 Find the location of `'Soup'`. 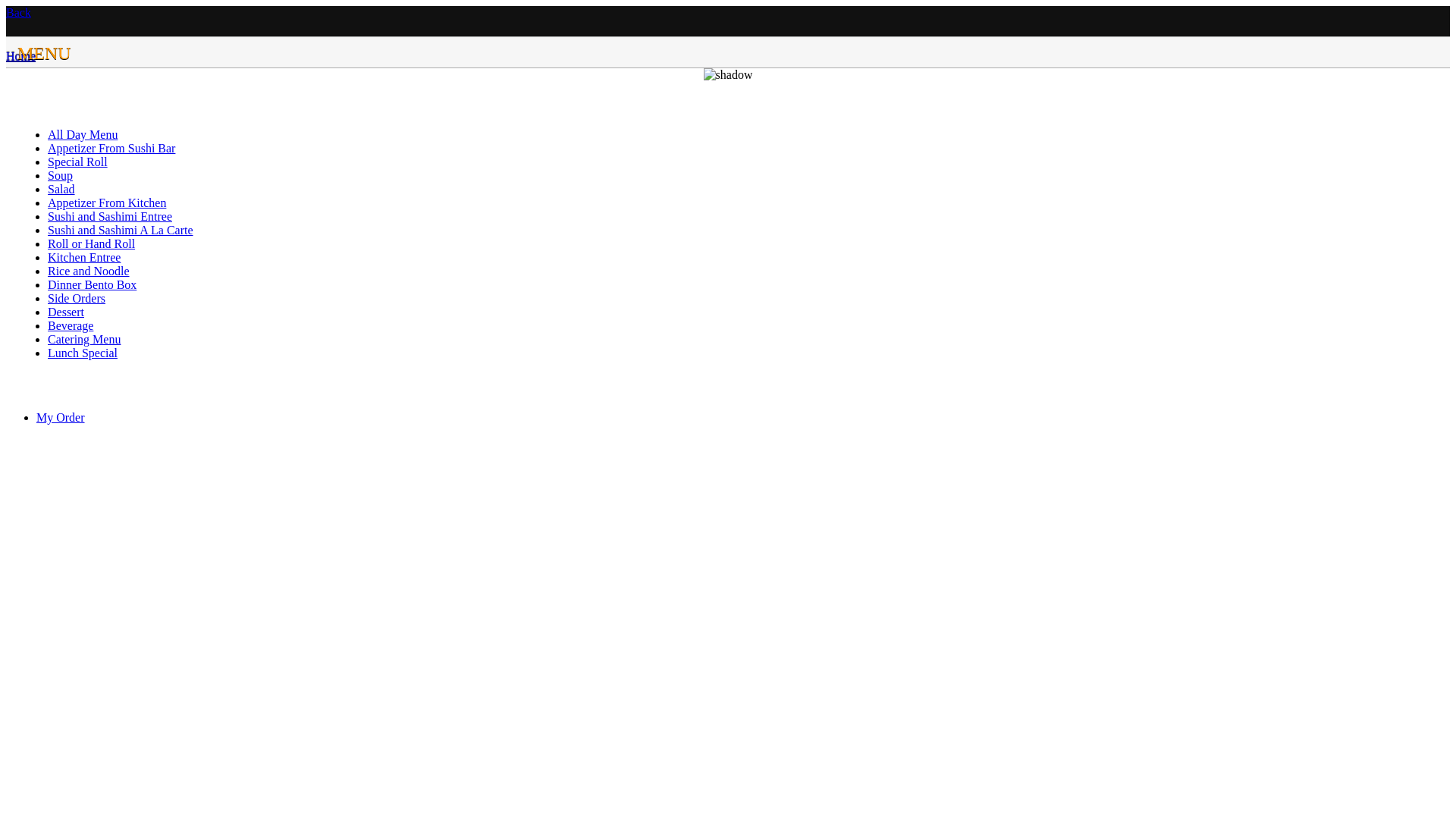

'Soup' is located at coordinates (47, 174).